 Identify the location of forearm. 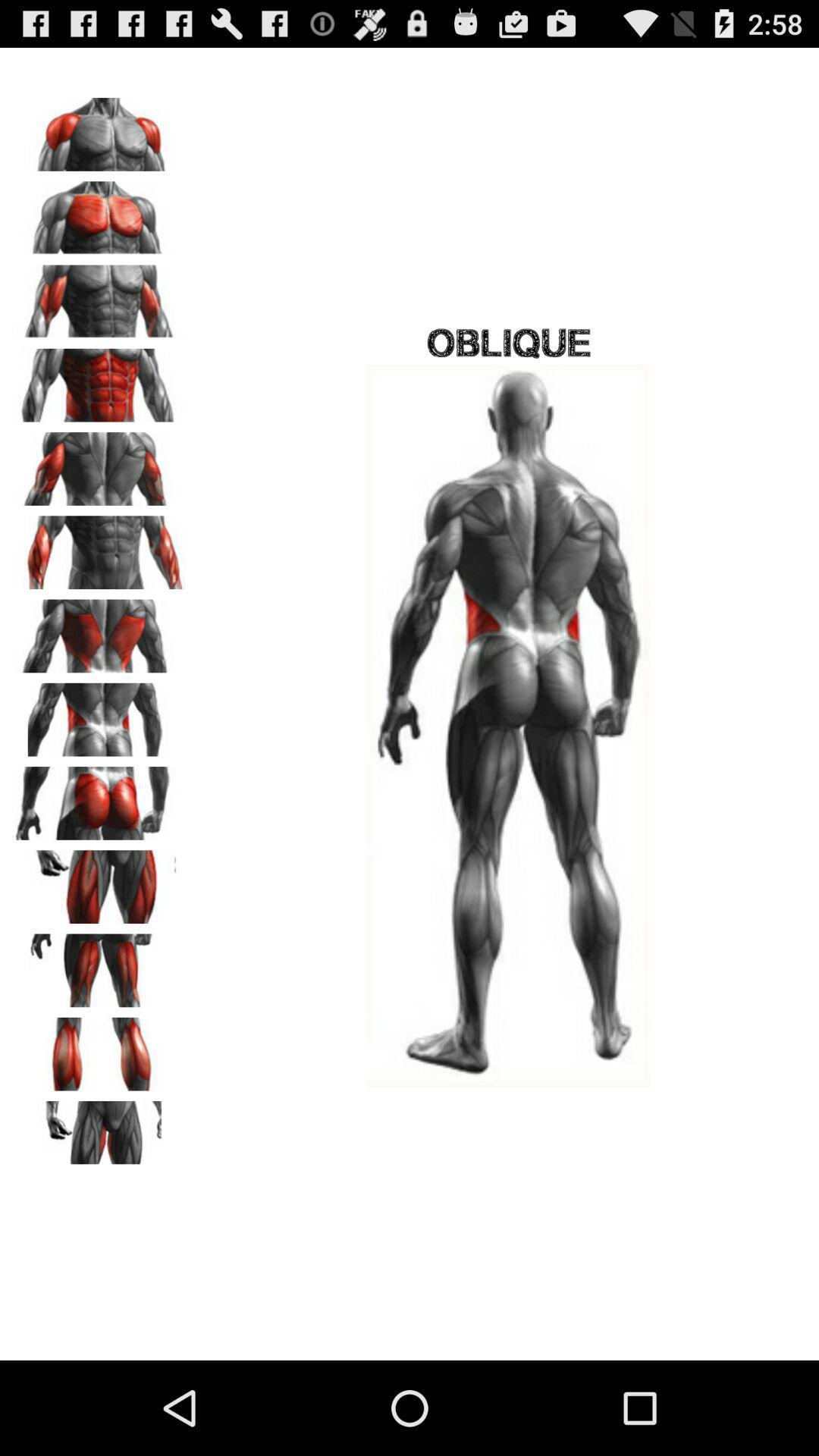
(99, 546).